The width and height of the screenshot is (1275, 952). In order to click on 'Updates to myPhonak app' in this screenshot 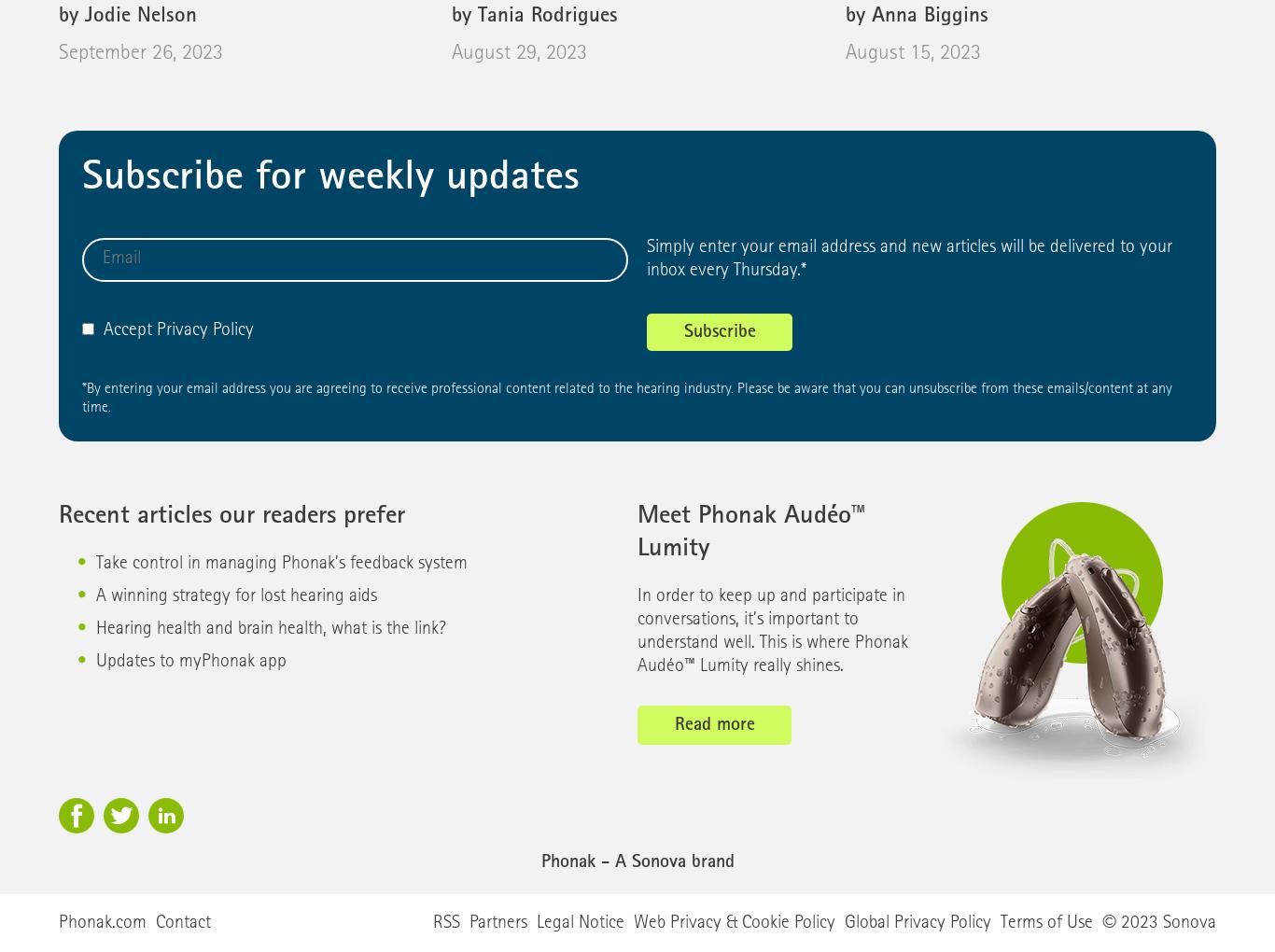, I will do `click(190, 662)`.